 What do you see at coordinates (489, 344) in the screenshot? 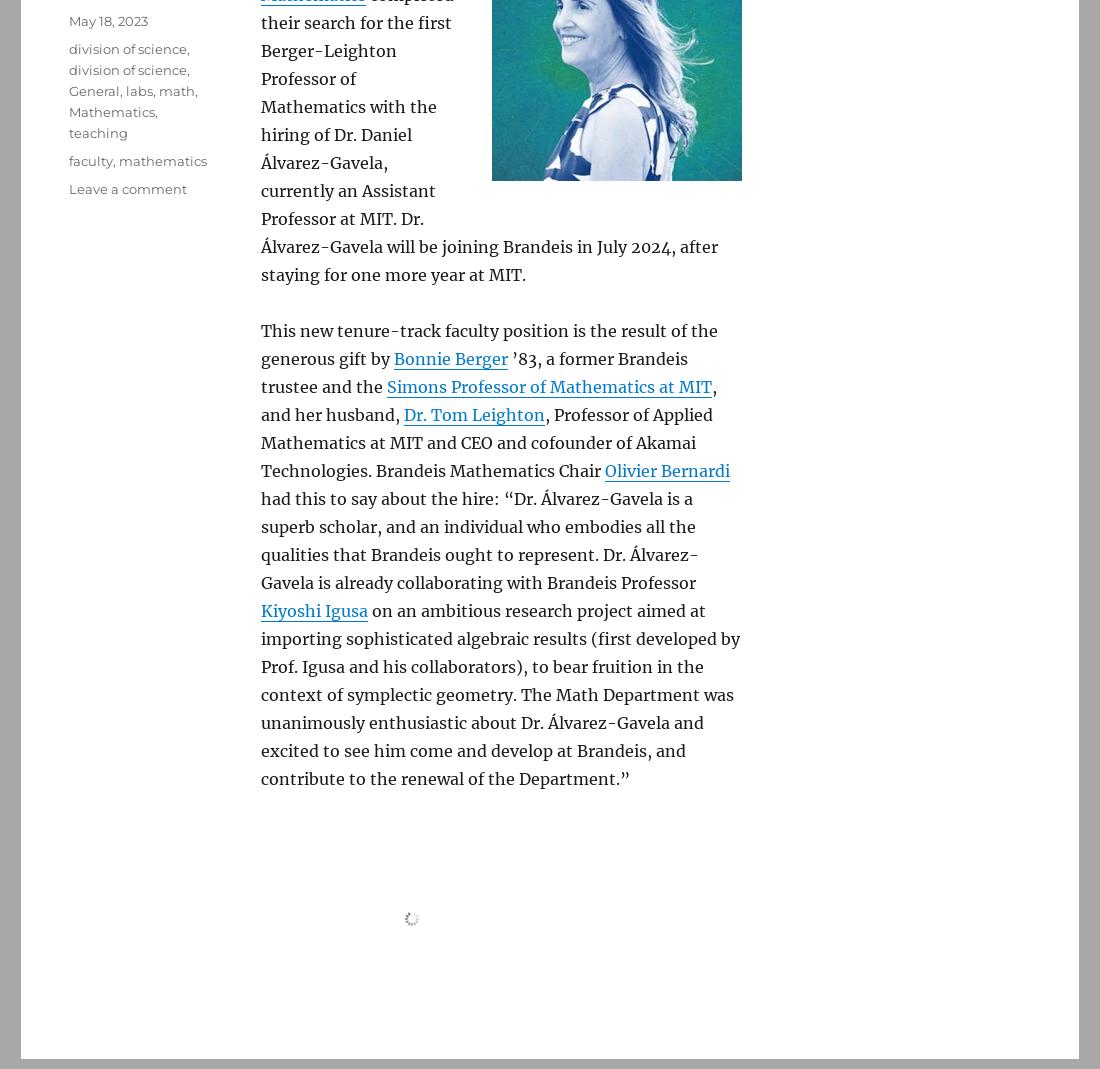
I see `'This new tenure-track faculty position is the result of the generous gift by'` at bounding box center [489, 344].